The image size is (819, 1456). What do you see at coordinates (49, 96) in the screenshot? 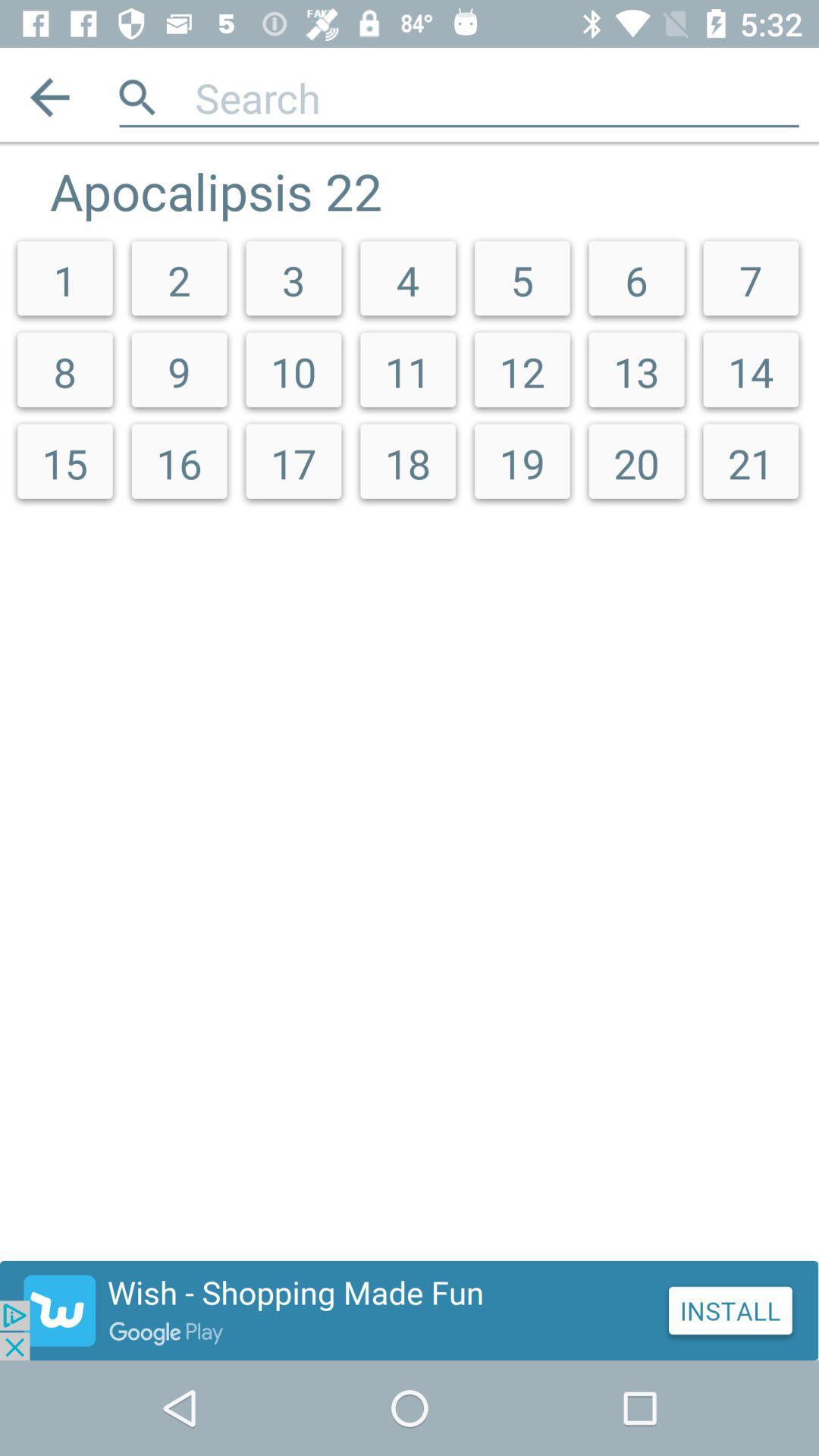
I see `the arrow_backward icon` at bounding box center [49, 96].